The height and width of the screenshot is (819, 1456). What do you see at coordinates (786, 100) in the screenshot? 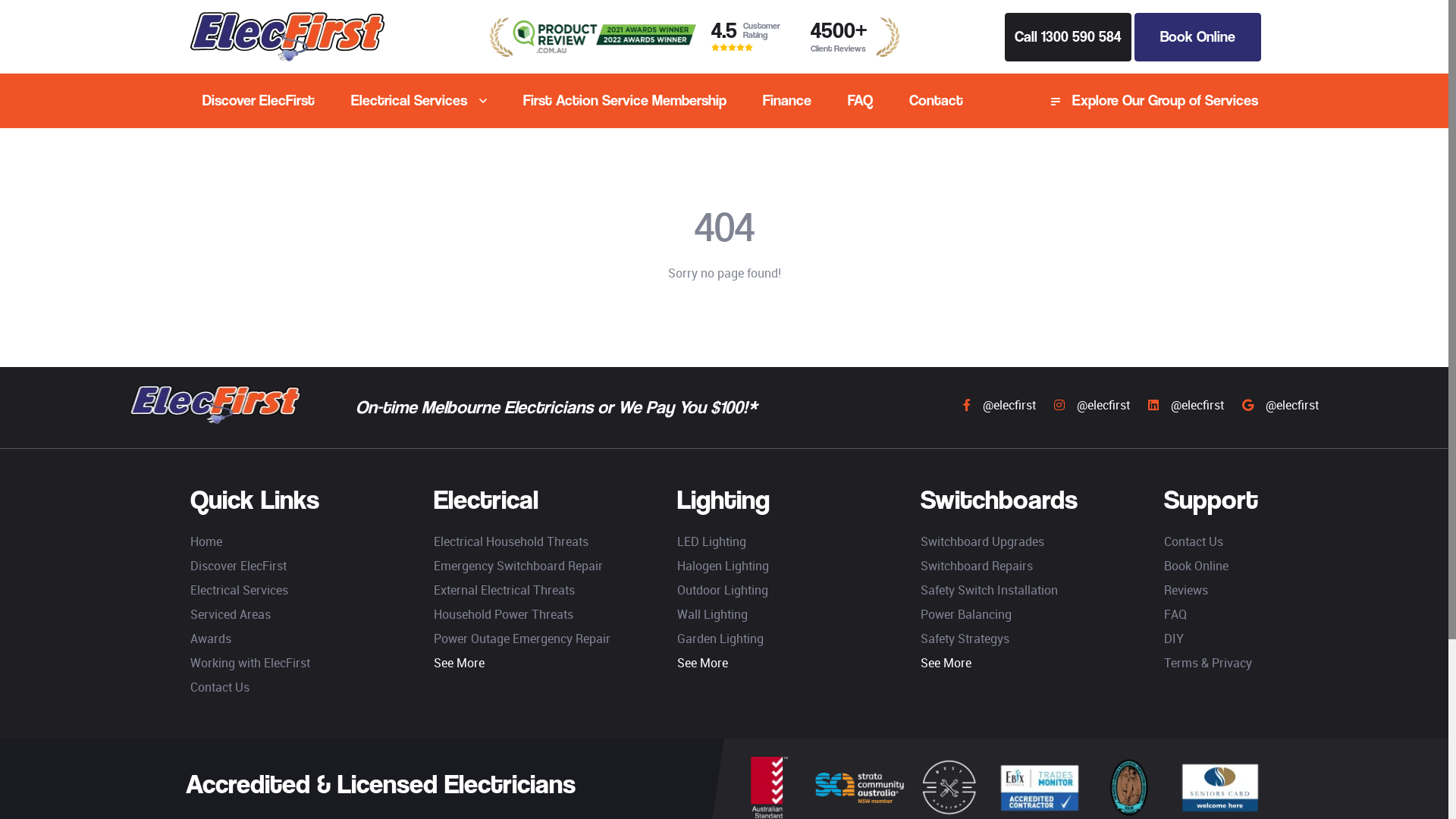
I see `'Finance'` at bounding box center [786, 100].